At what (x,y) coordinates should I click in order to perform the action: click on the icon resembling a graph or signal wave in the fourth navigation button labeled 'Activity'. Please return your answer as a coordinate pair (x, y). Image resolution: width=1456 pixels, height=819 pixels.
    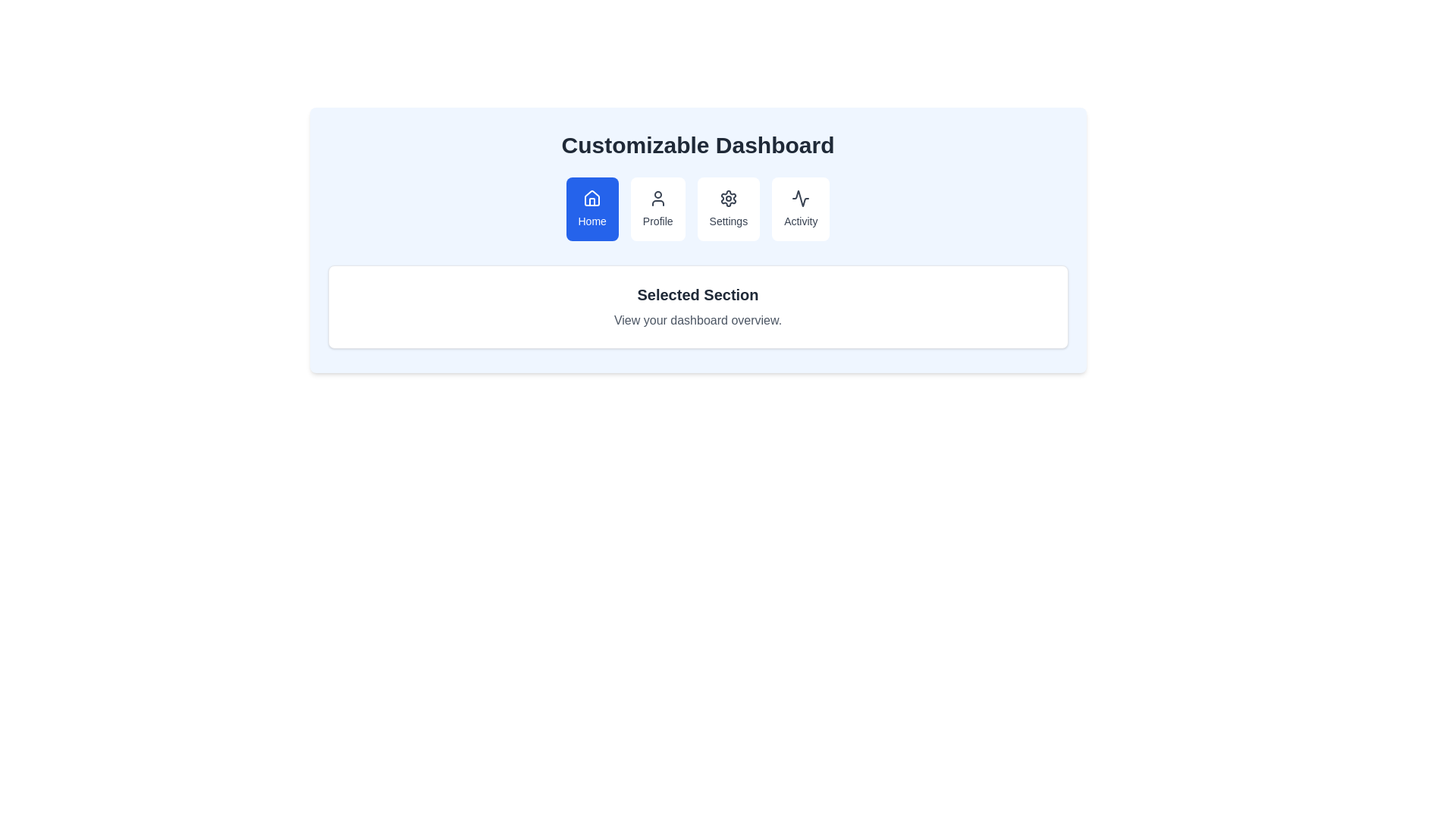
    Looking at the image, I should click on (800, 198).